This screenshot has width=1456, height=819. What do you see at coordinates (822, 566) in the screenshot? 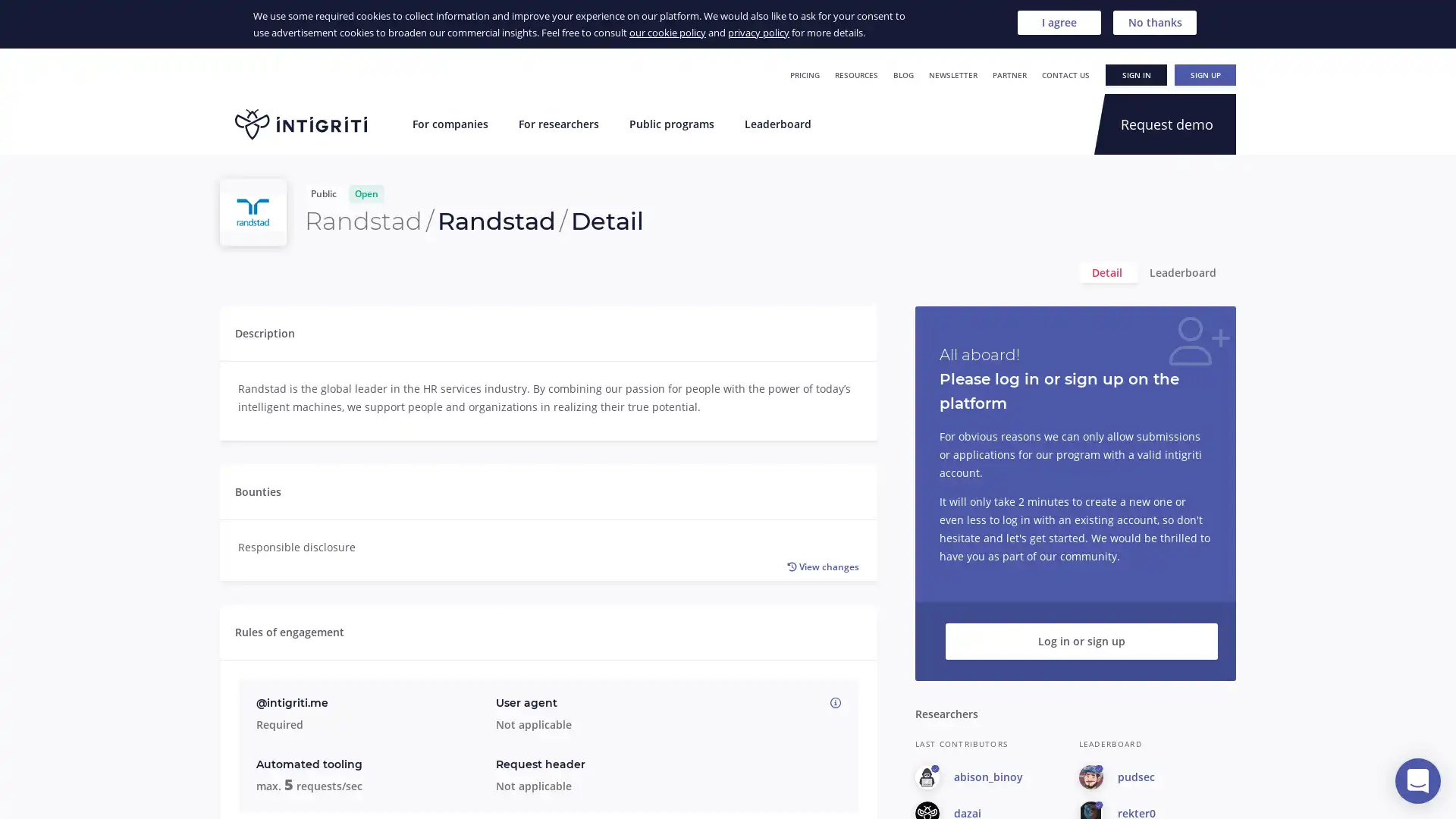
I see `View changes` at bounding box center [822, 566].